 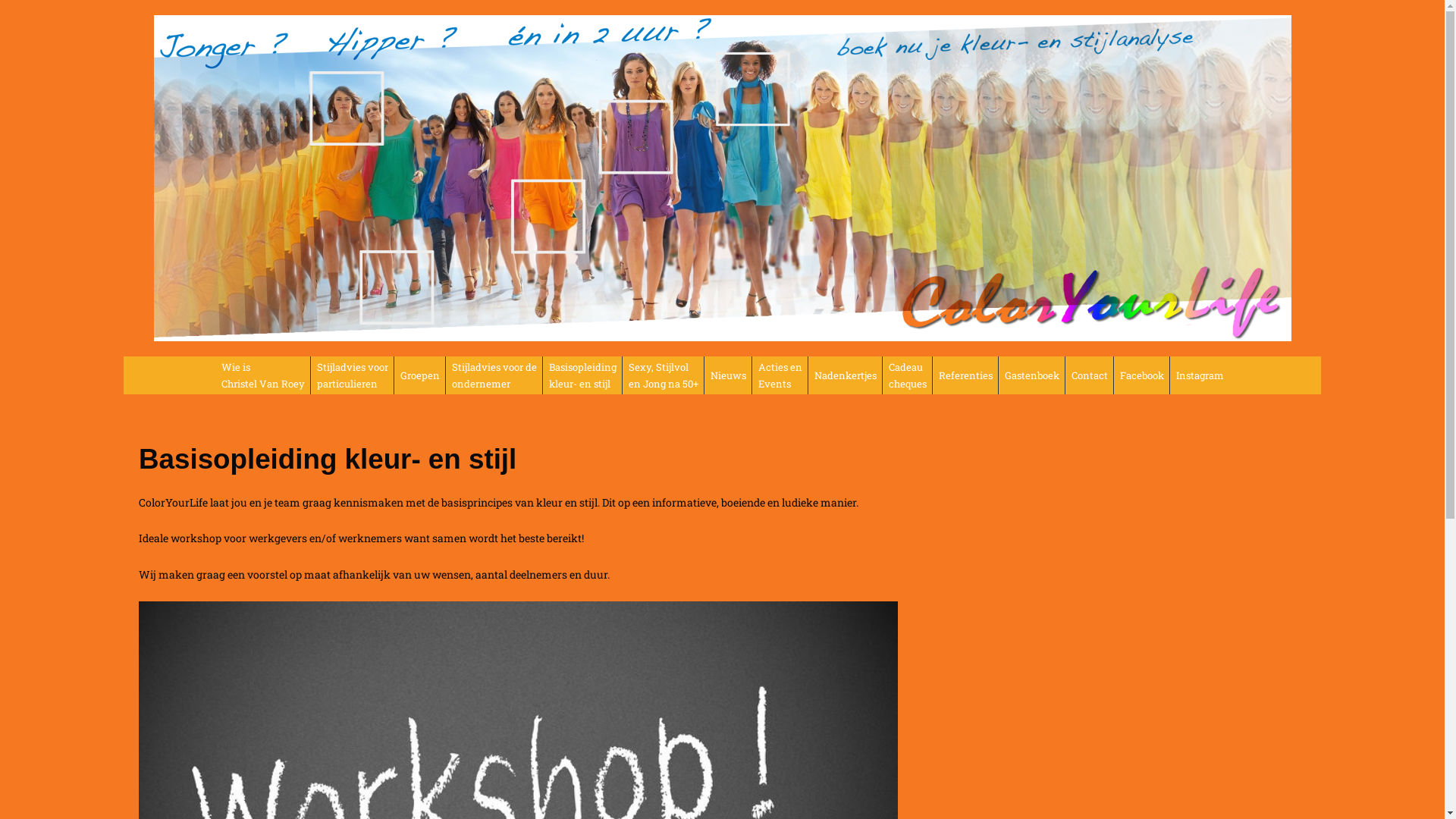 What do you see at coordinates (780, 375) in the screenshot?
I see `'Acties en` at bounding box center [780, 375].